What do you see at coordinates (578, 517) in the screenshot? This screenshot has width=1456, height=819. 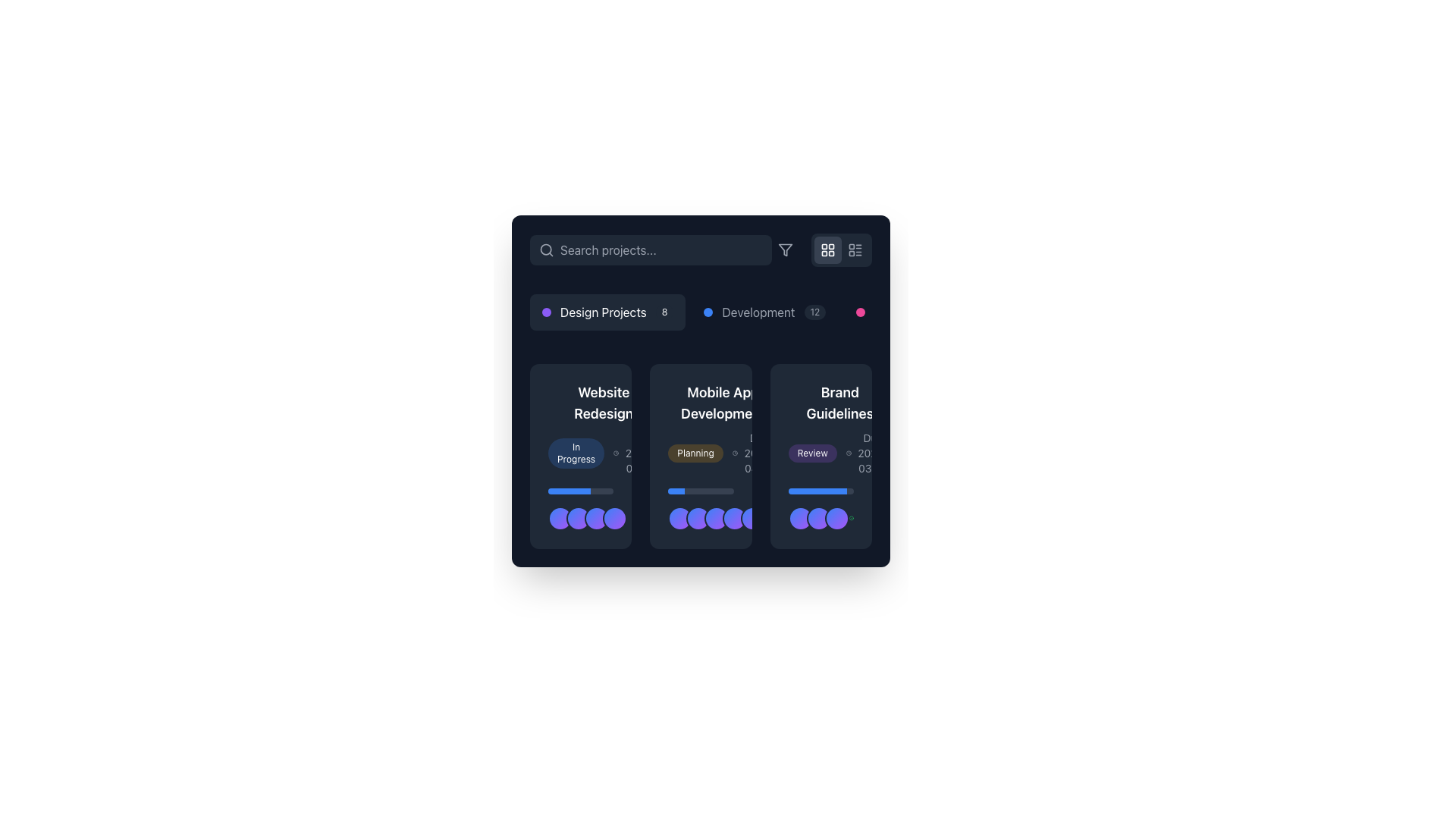 I see `the second graphical indicator or avatar located in the lower section of the 'Website Redesign' card, which is the leftmost card in the row` at bounding box center [578, 517].